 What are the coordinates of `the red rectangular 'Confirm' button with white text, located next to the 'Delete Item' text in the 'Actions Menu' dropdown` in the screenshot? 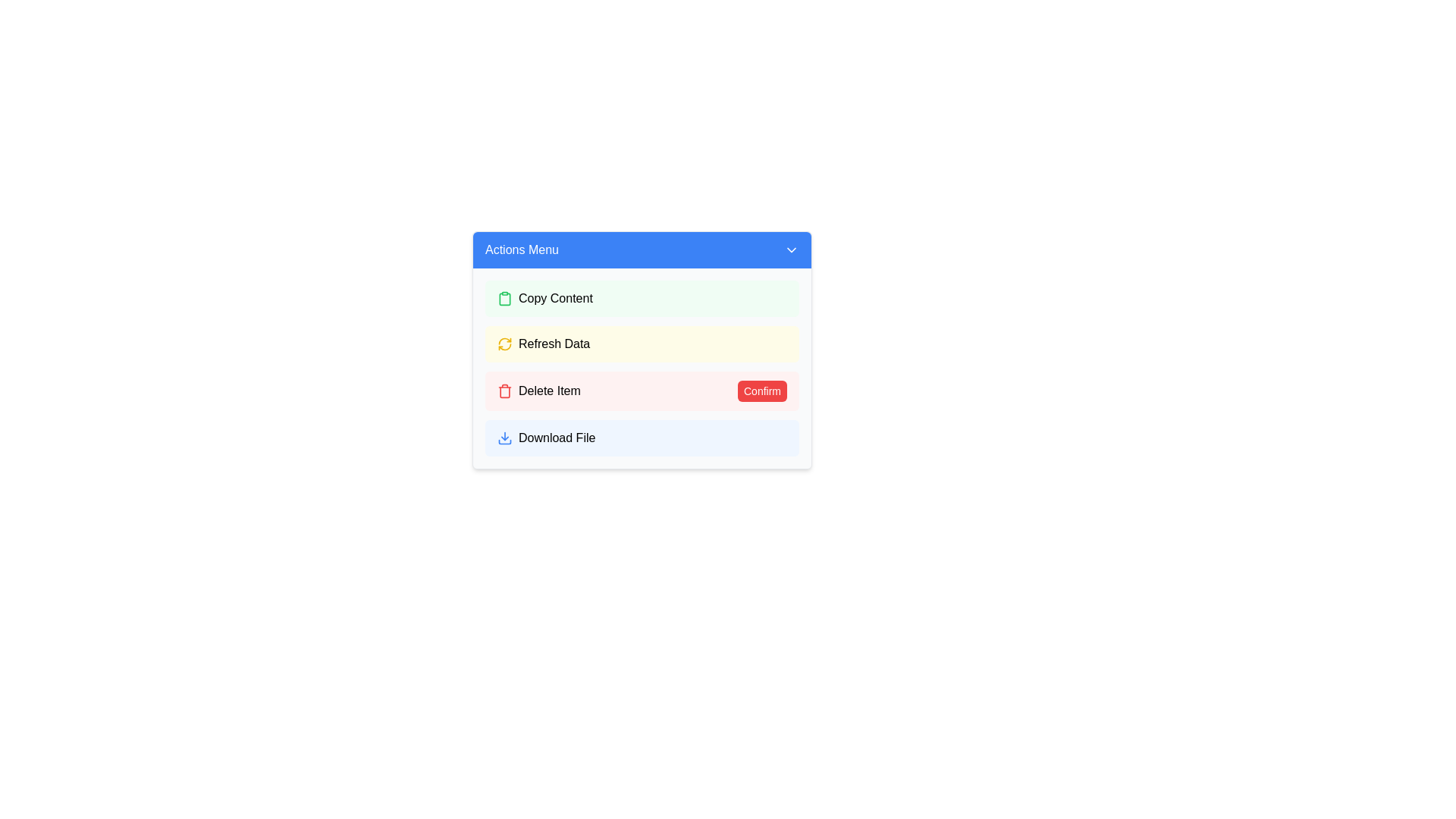 It's located at (762, 391).